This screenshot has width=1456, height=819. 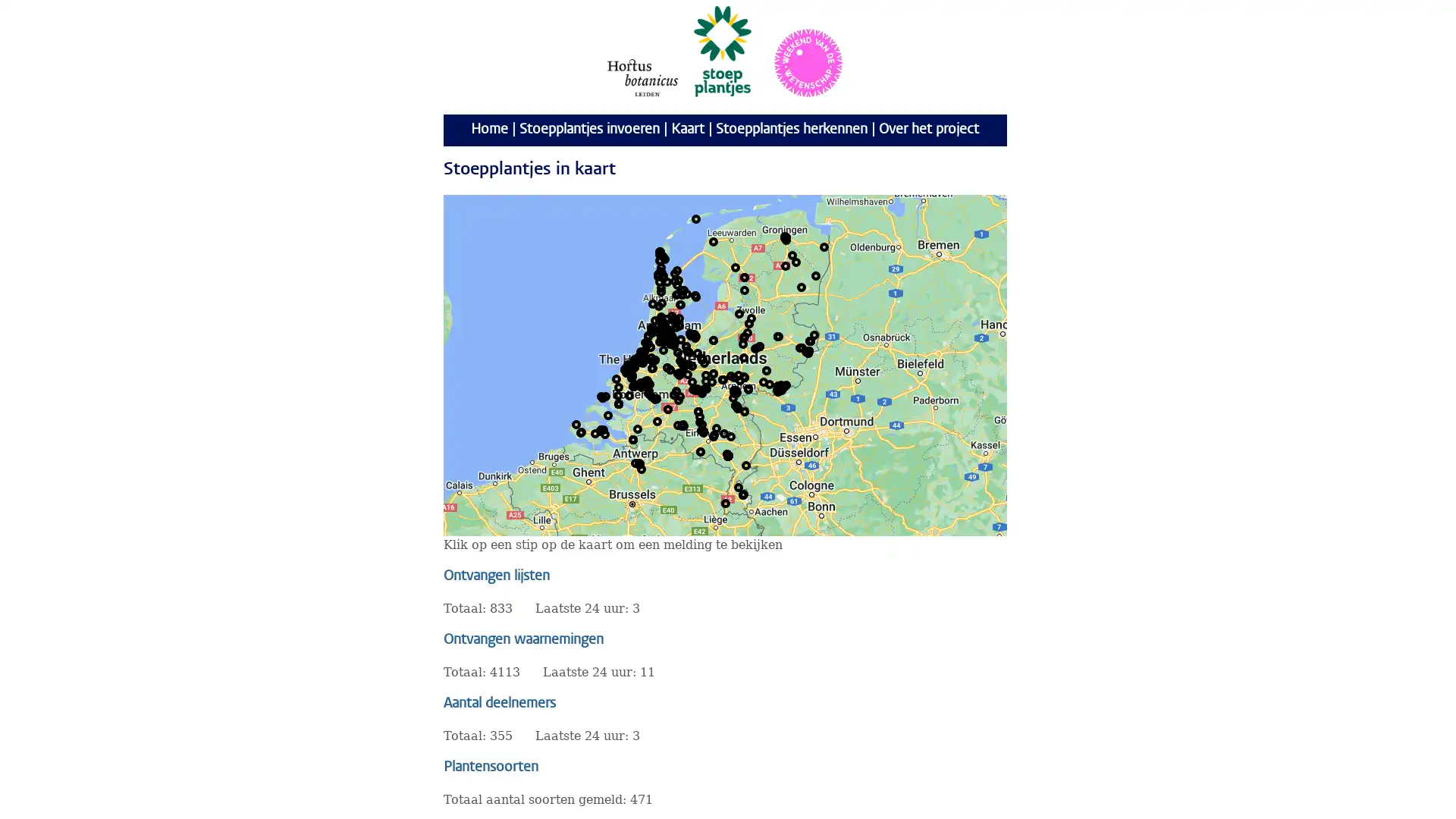 What do you see at coordinates (745, 277) in the screenshot?
I see `Telling van Plantje op 07 mei 2022` at bounding box center [745, 277].